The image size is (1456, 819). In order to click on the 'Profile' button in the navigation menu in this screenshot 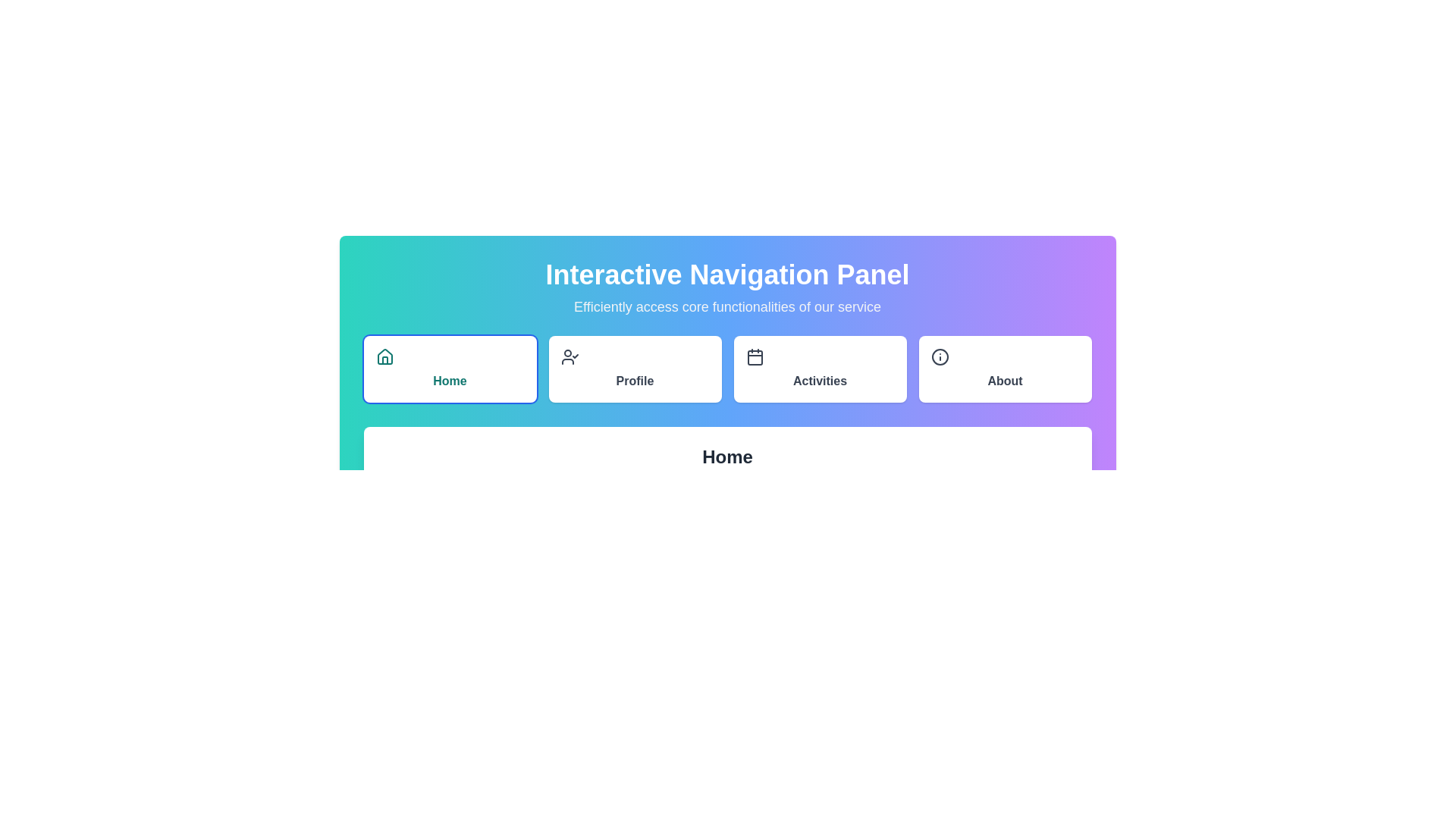, I will do `click(635, 369)`.